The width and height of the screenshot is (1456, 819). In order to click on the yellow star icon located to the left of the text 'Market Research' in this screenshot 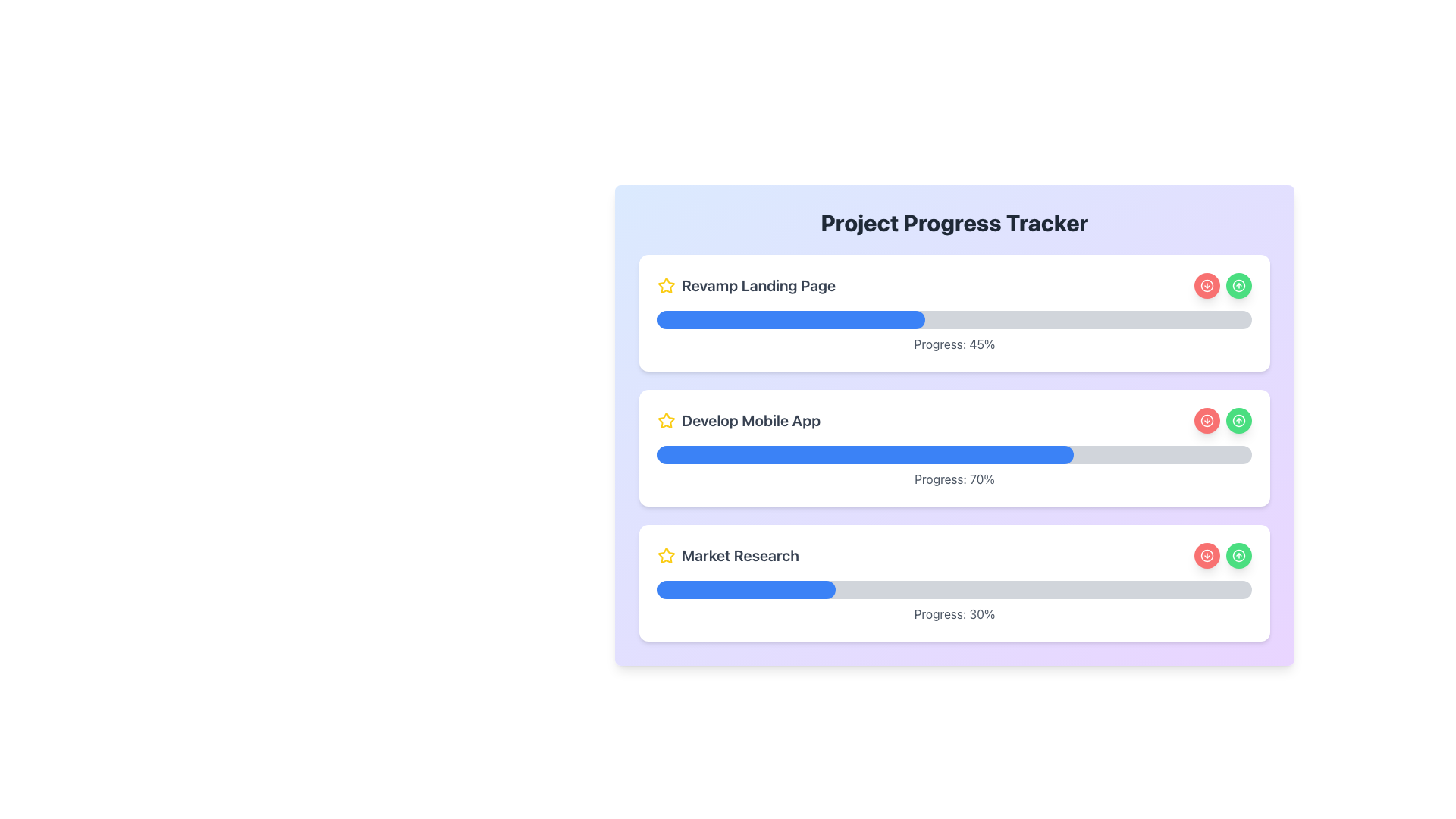, I will do `click(666, 420)`.